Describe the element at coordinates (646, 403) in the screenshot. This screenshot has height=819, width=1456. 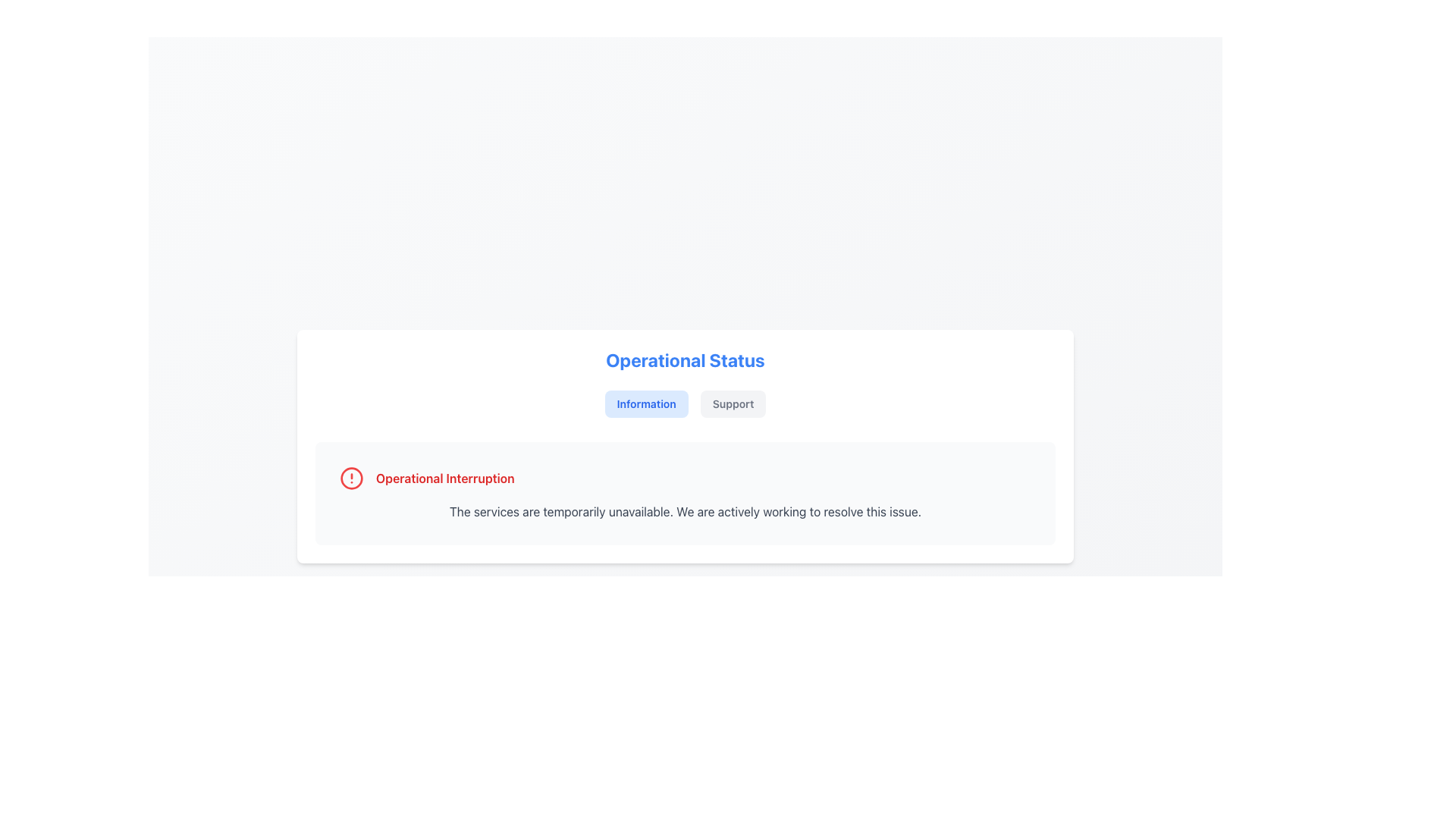
I see `the 'Information' button, which is a rectangular button with rounded corners, light blue background, and blue text, located under the 'Operational Status' heading` at that location.